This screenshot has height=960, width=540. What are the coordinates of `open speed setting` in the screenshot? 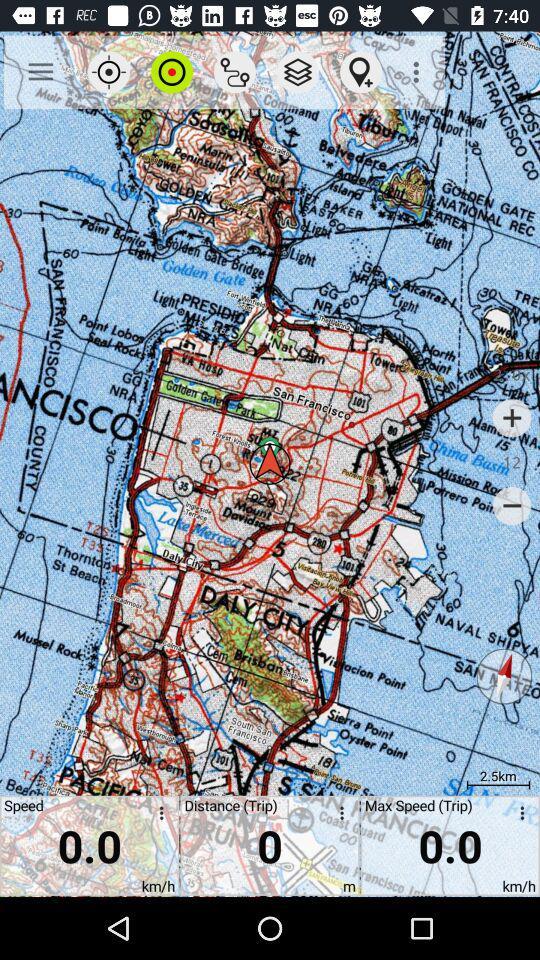 It's located at (157, 816).